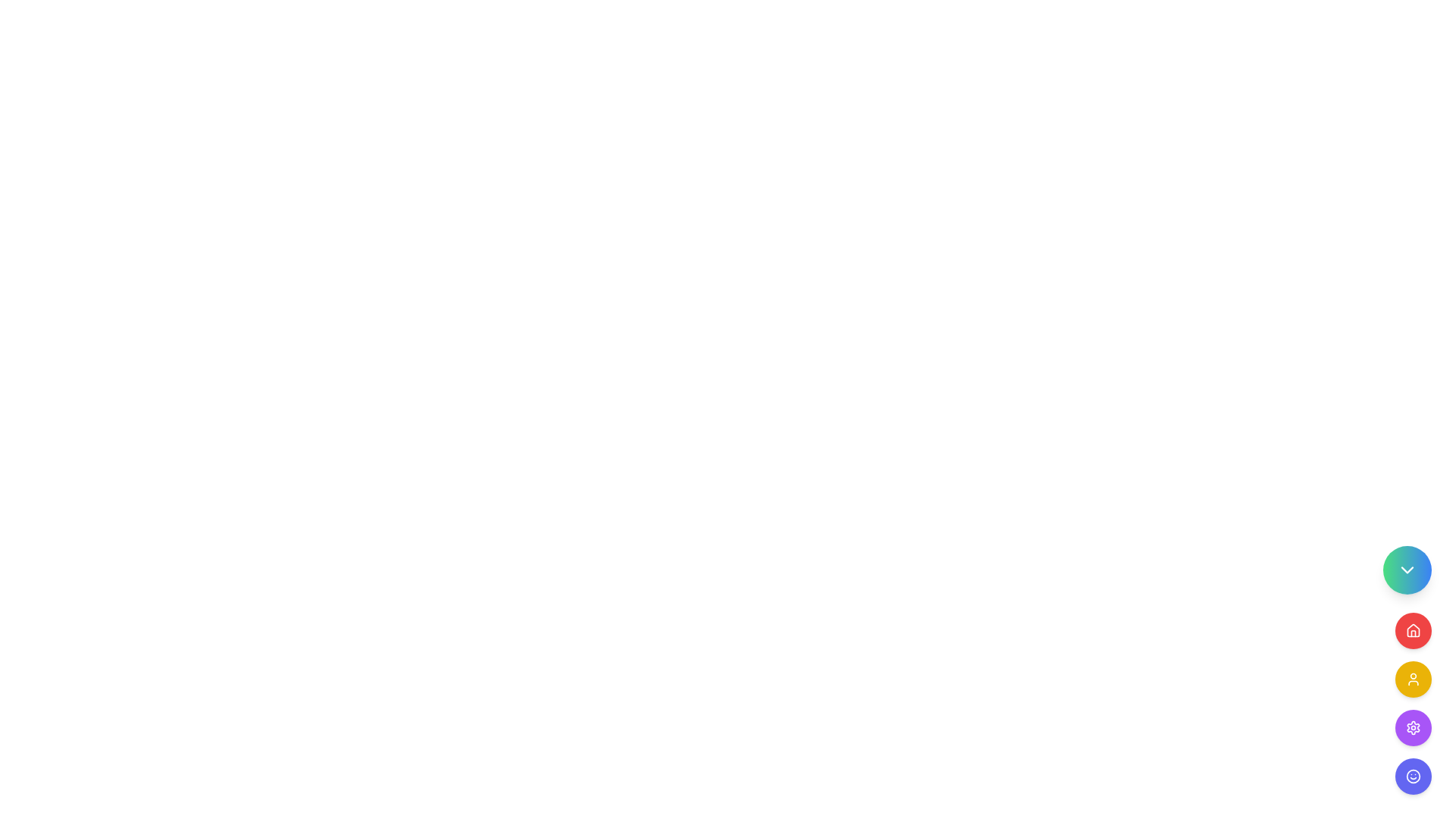 The image size is (1456, 819). Describe the element at coordinates (1412, 631) in the screenshot. I see `the glossy red circular button with a white house-shaped icon` at that location.